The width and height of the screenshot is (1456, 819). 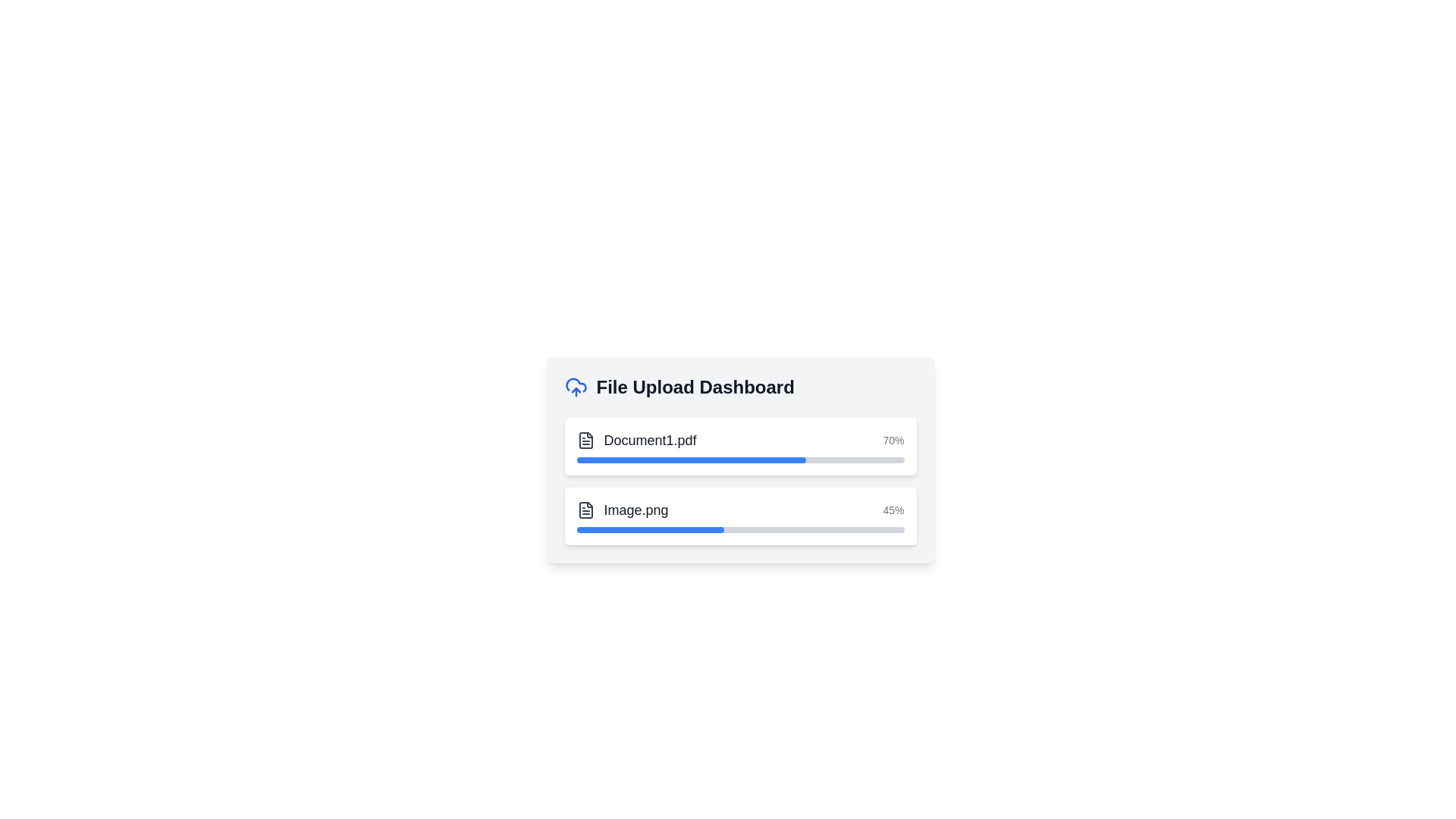 What do you see at coordinates (650, 441) in the screenshot?
I see `the text label displaying 'Document1.pdf'` at bounding box center [650, 441].